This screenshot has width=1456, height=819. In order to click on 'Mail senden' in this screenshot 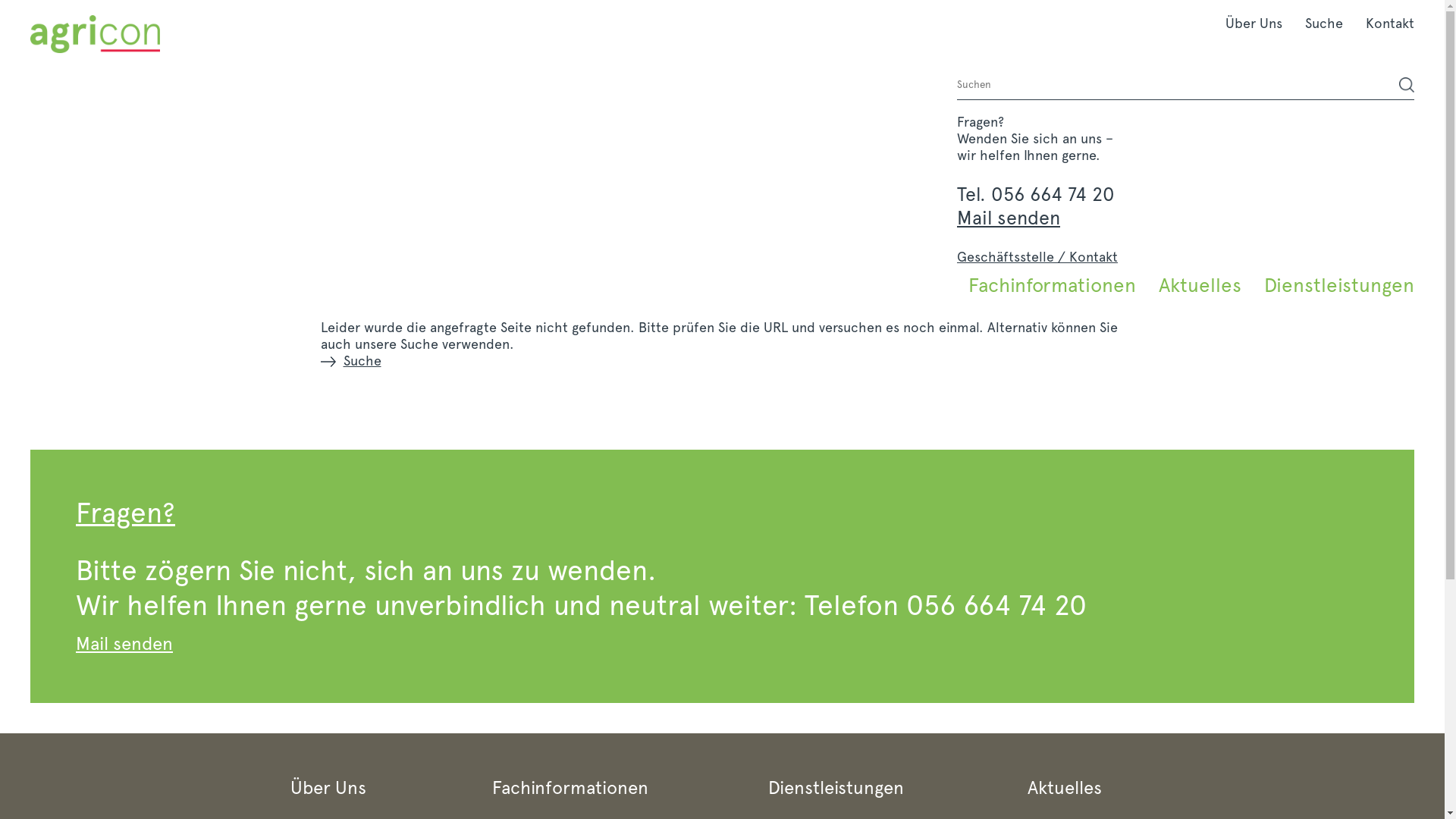, I will do `click(1008, 217)`.